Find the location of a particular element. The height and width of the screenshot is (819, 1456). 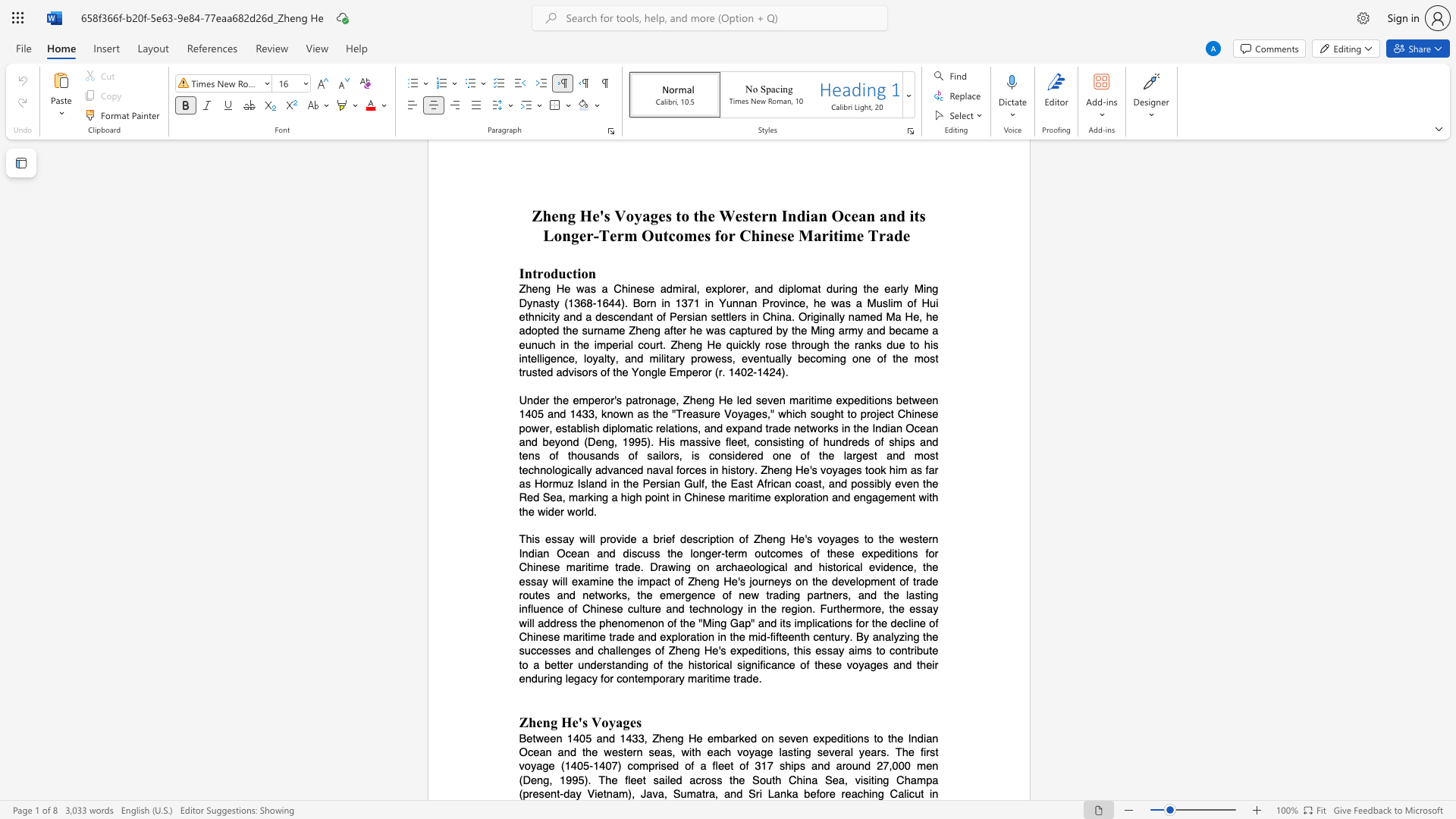

the subset text "sent-day Viet" within the text "of a fleet of 317 ships and around 27,000 men (Deng, 1995). The fleet sailed across the South China Sea, visiting Champa (present-day Vietnam), Java, Sumatra, and Sri Lanka before reaching" is located at coordinates (538, 793).